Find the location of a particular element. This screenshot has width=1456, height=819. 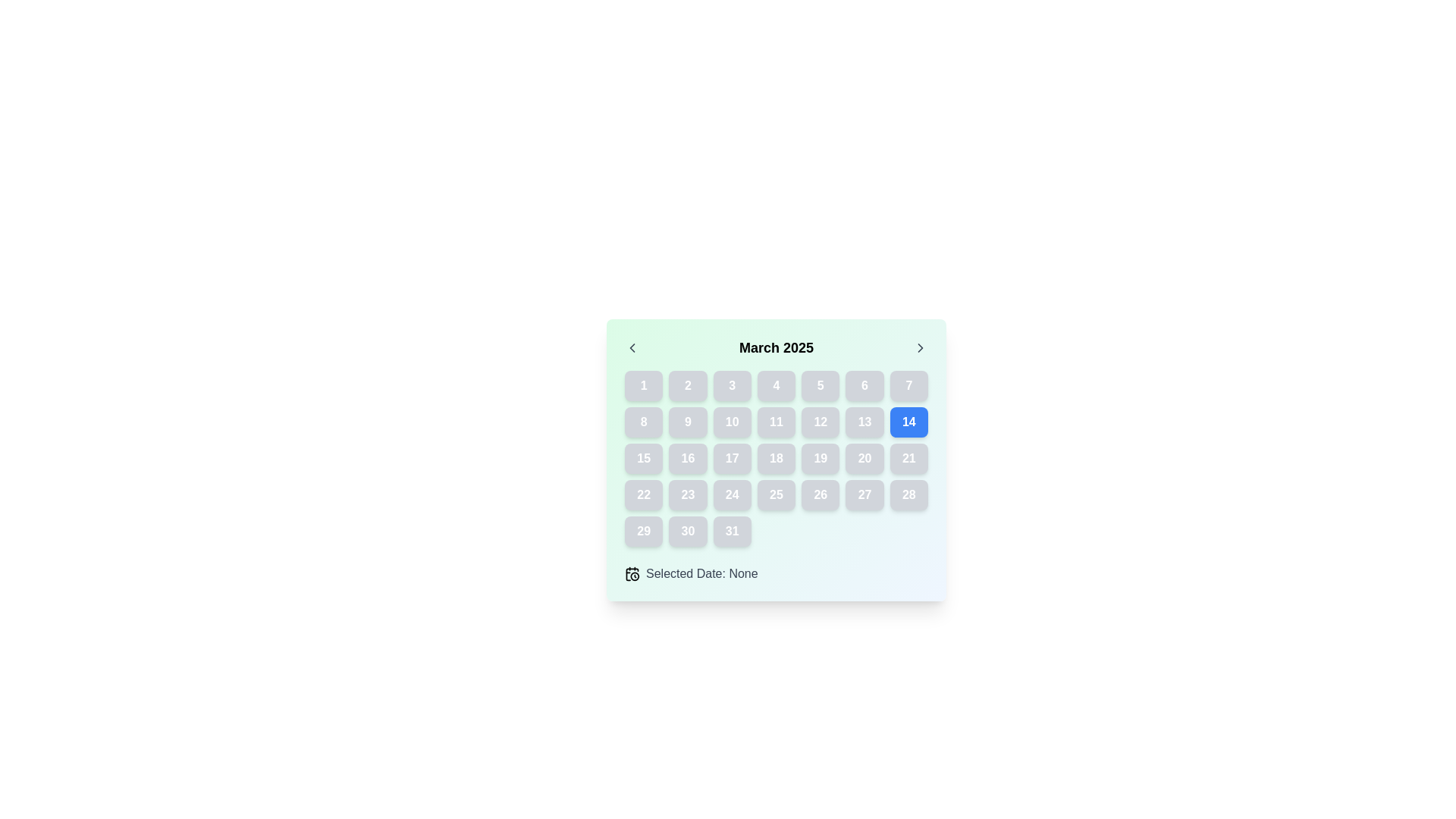

the rectangular button in the calendar grid displaying the number '14' is located at coordinates (908, 422).